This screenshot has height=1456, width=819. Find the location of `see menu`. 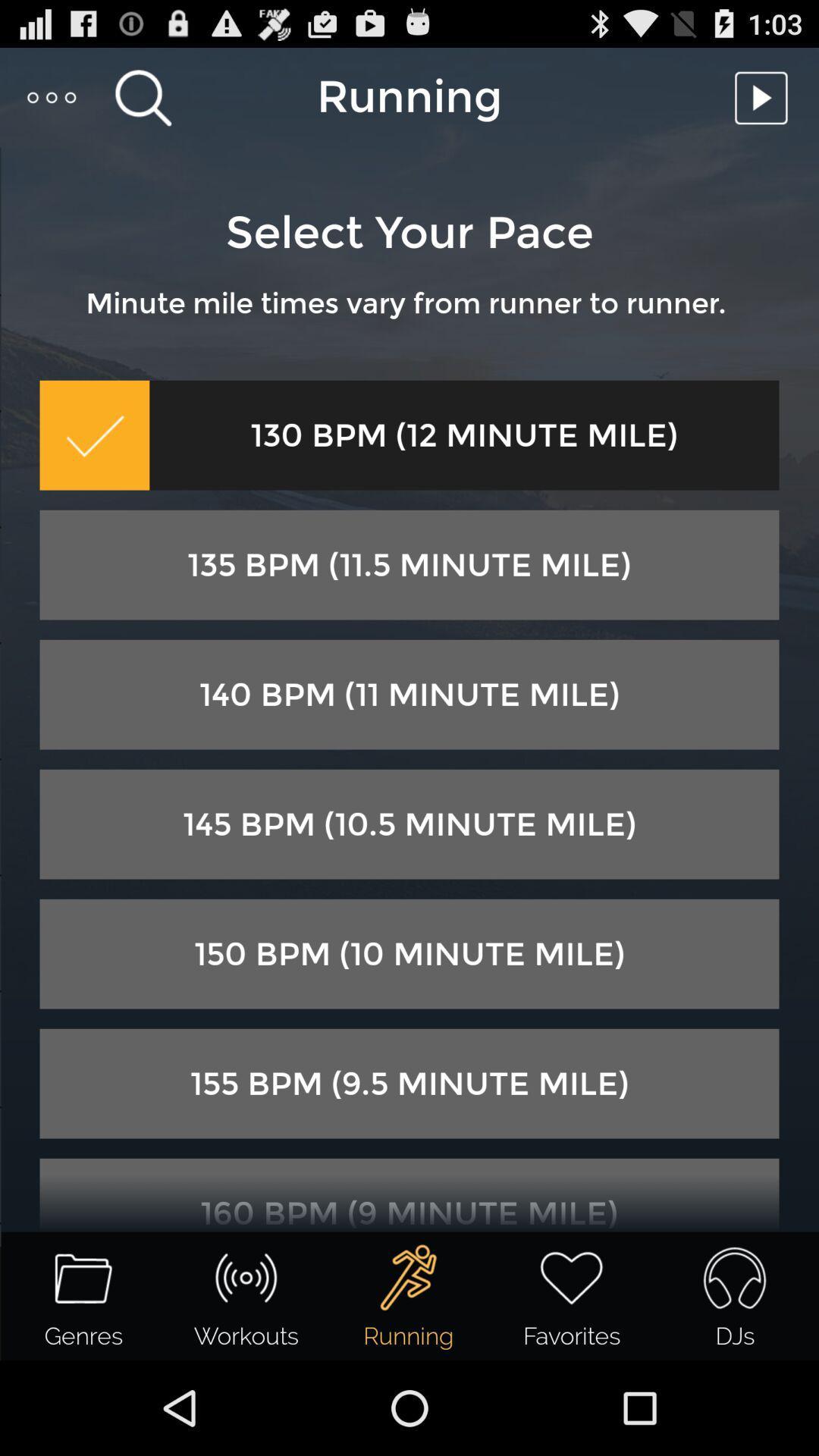

see menu is located at coordinates (52, 96).